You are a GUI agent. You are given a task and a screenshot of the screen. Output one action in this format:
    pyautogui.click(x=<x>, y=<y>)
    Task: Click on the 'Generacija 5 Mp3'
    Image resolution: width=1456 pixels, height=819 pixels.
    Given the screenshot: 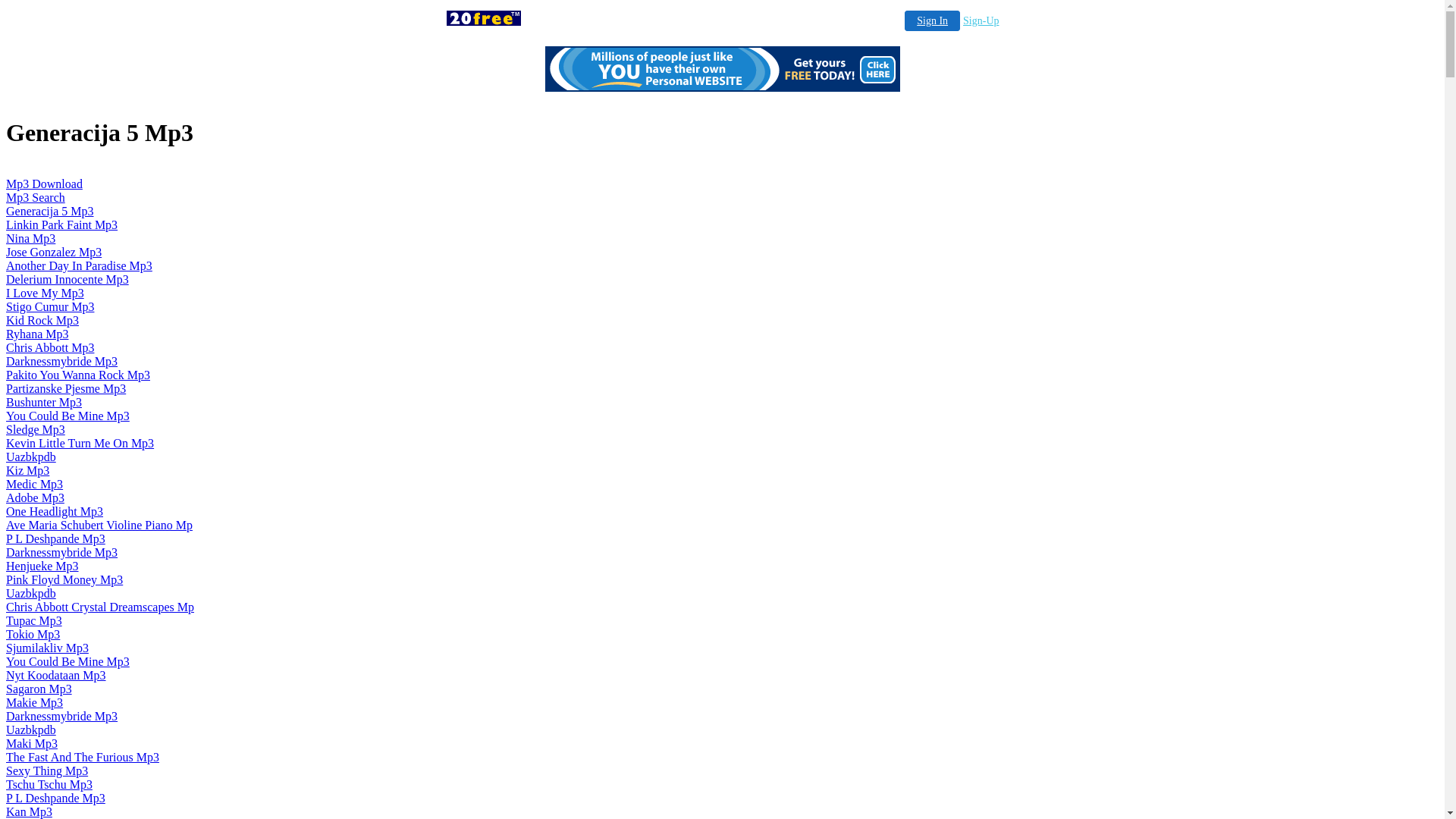 What is the action you would take?
    pyautogui.click(x=50, y=211)
    